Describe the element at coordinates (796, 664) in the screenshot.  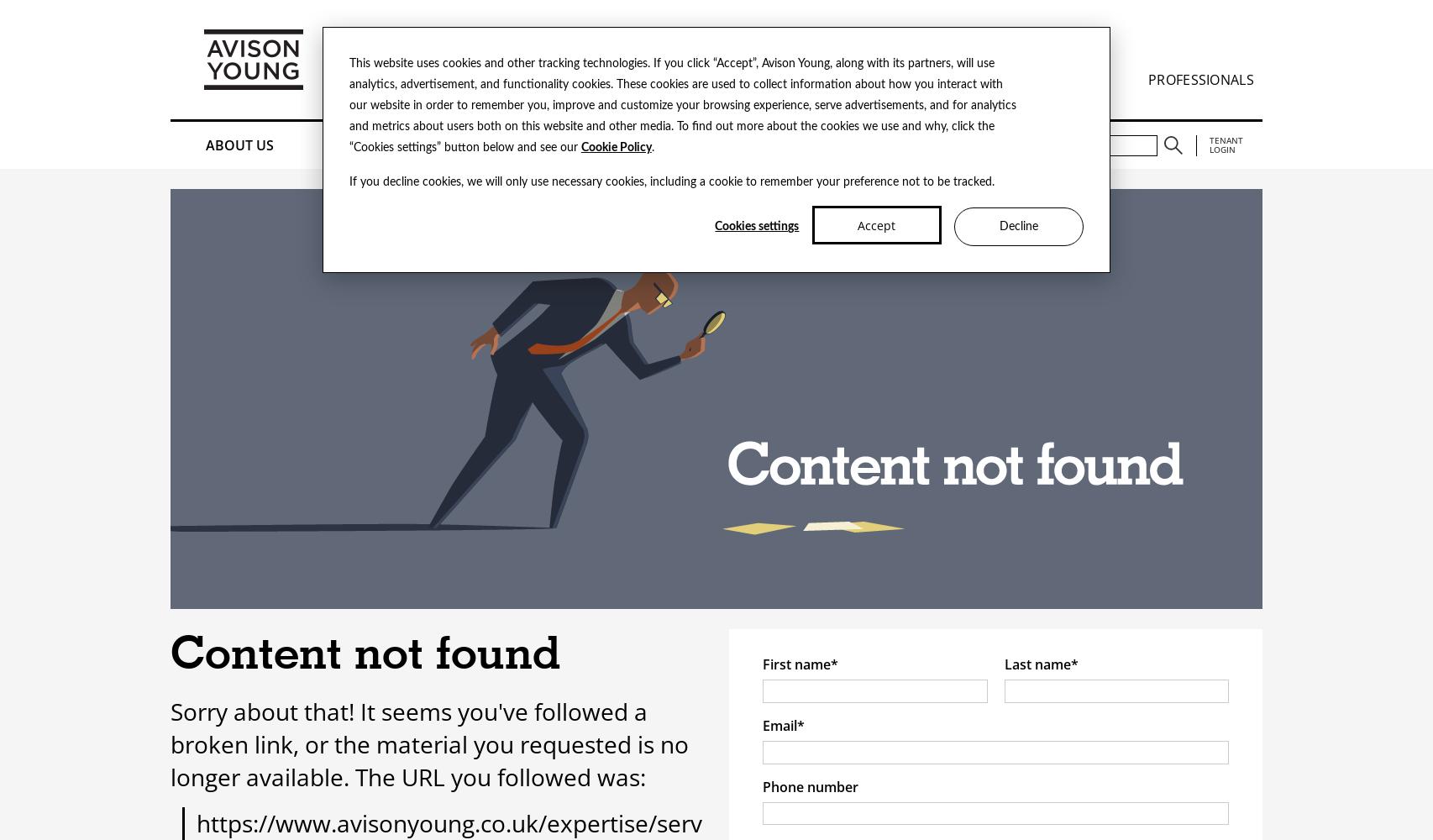
I see `'First name'` at that location.